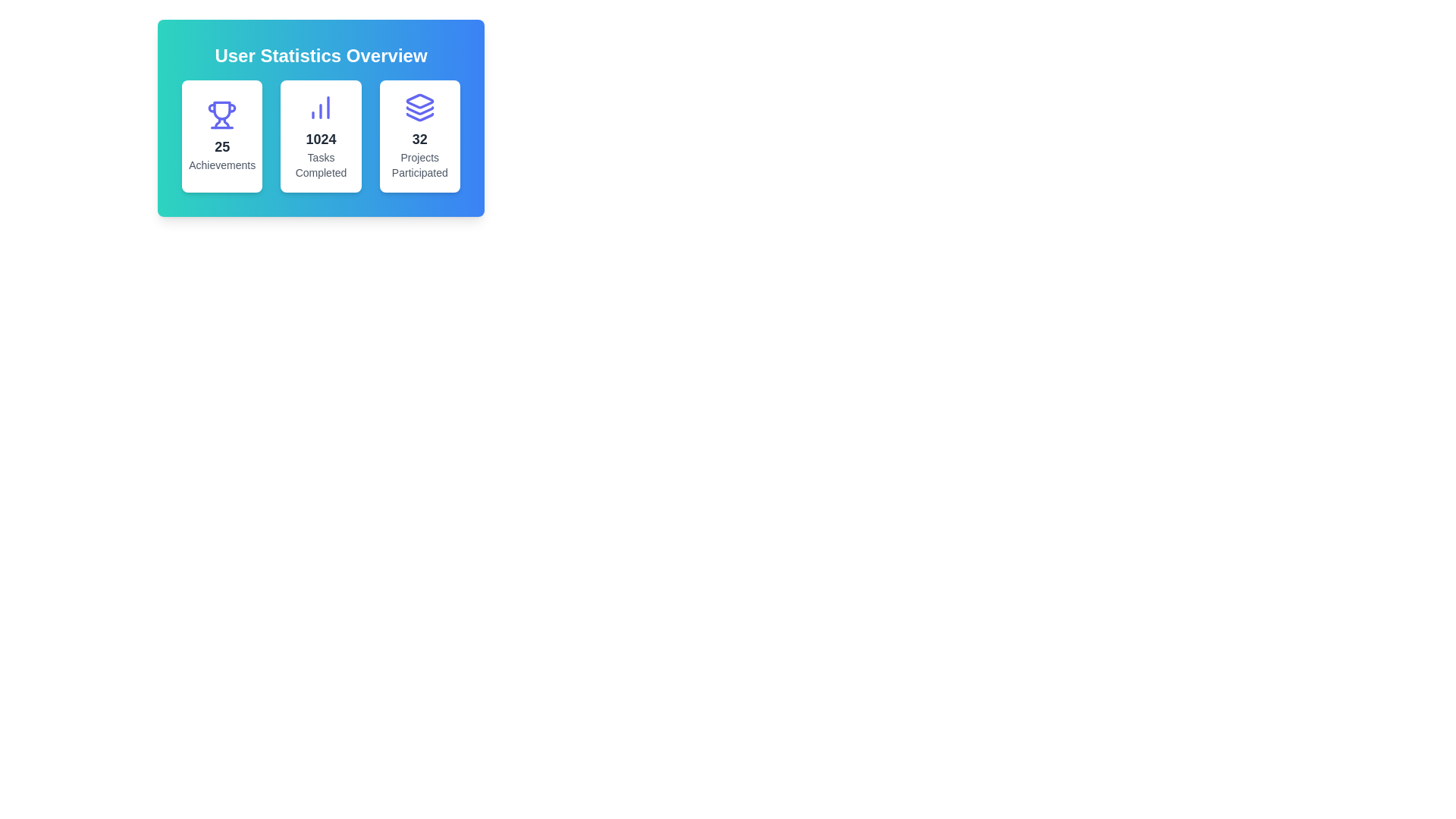 The image size is (1456, 819). What do you see at coordinates (320, 136) in the screenshot?
I see `the rectangular card with a white background and shadow effect, located in the second column of the grid layout under the title 'User Statistics Overview'` at bounding box center [320, 136].